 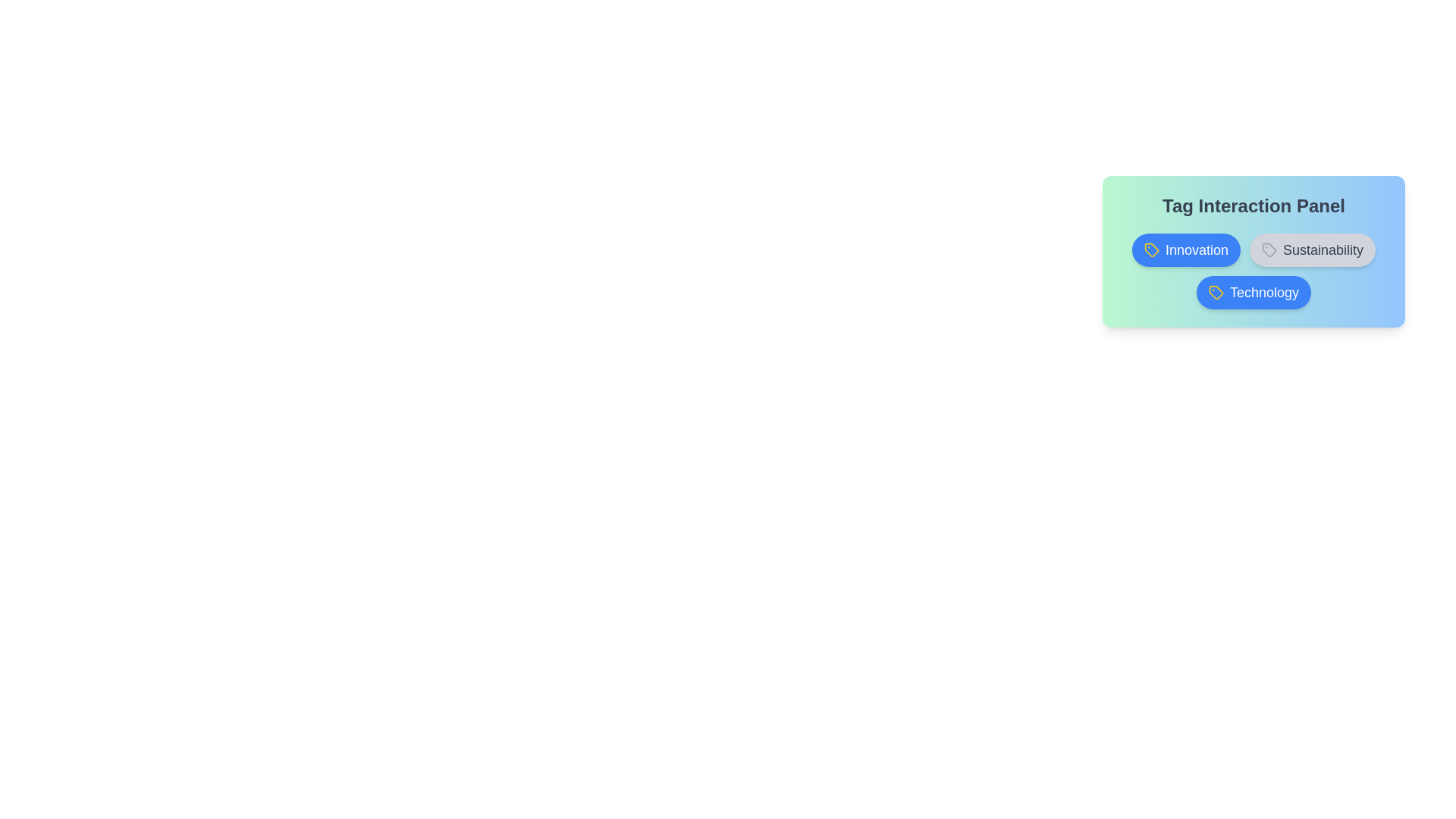 What do you see at coordinates (1185, 249) in the screenshot?
I see `the tag button labeled 'Innovation' to toggle its activation status` at bounding box center [1185, 249].